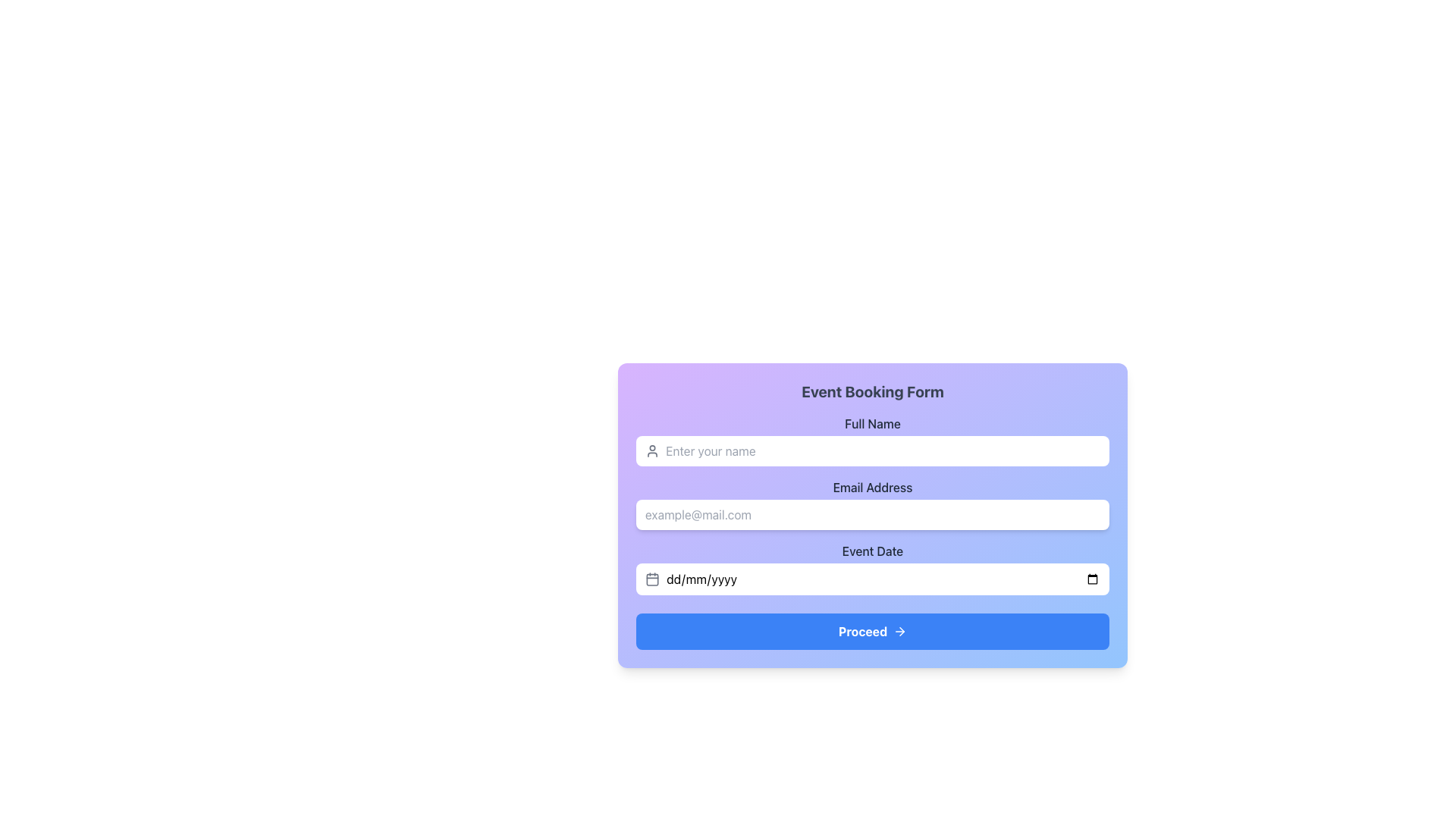 The width and height of the screenshot is (1456, 819). What do you see at coordinates (883, 579) in the screenshot?
I see `the Date Input Field` at bounding box center [883, 579].